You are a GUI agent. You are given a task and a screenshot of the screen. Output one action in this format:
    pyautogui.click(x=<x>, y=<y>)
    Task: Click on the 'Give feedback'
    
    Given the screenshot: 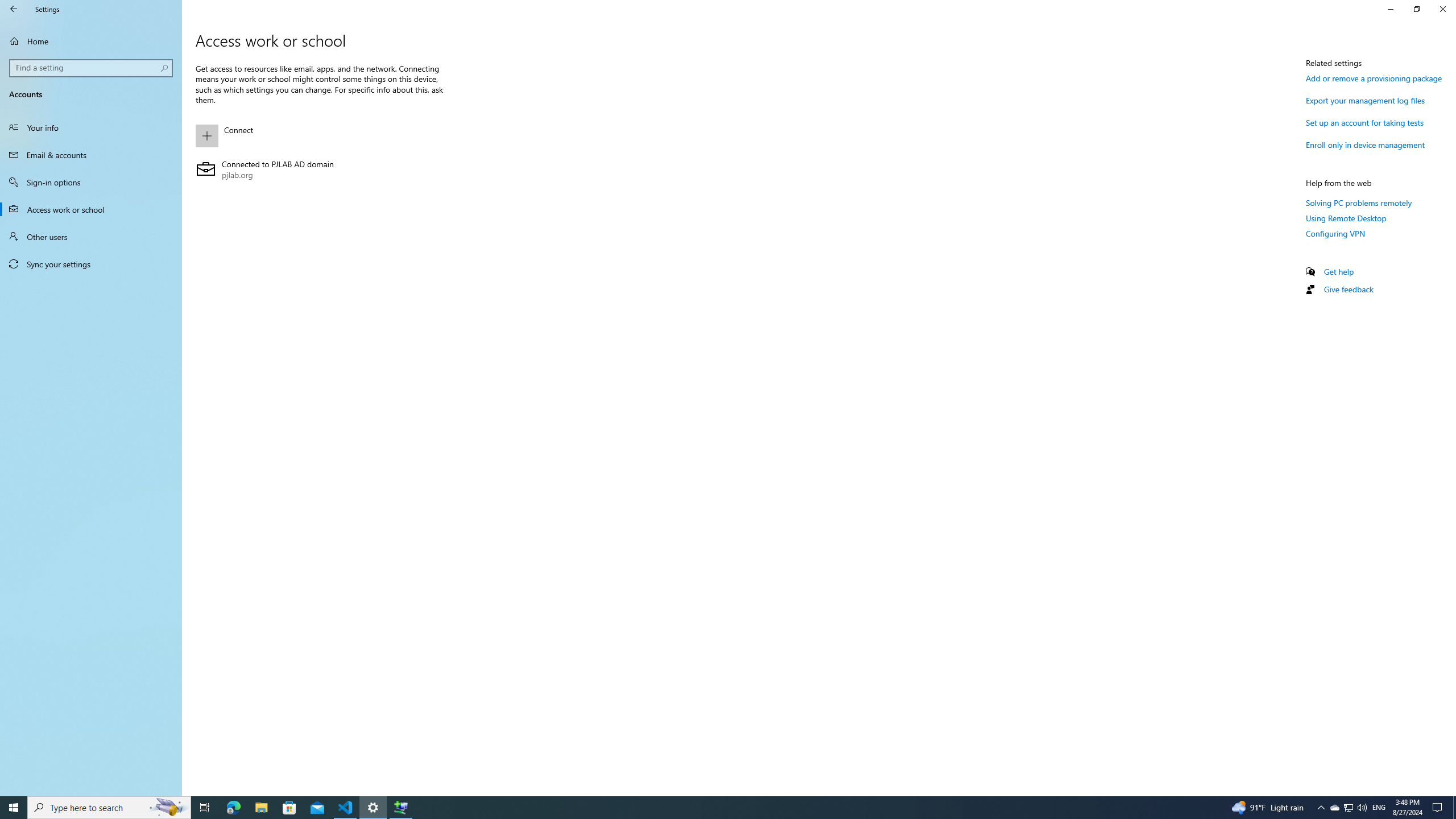 What is the action you would take?
    pyautogui.click(x=1347, y=289)
    